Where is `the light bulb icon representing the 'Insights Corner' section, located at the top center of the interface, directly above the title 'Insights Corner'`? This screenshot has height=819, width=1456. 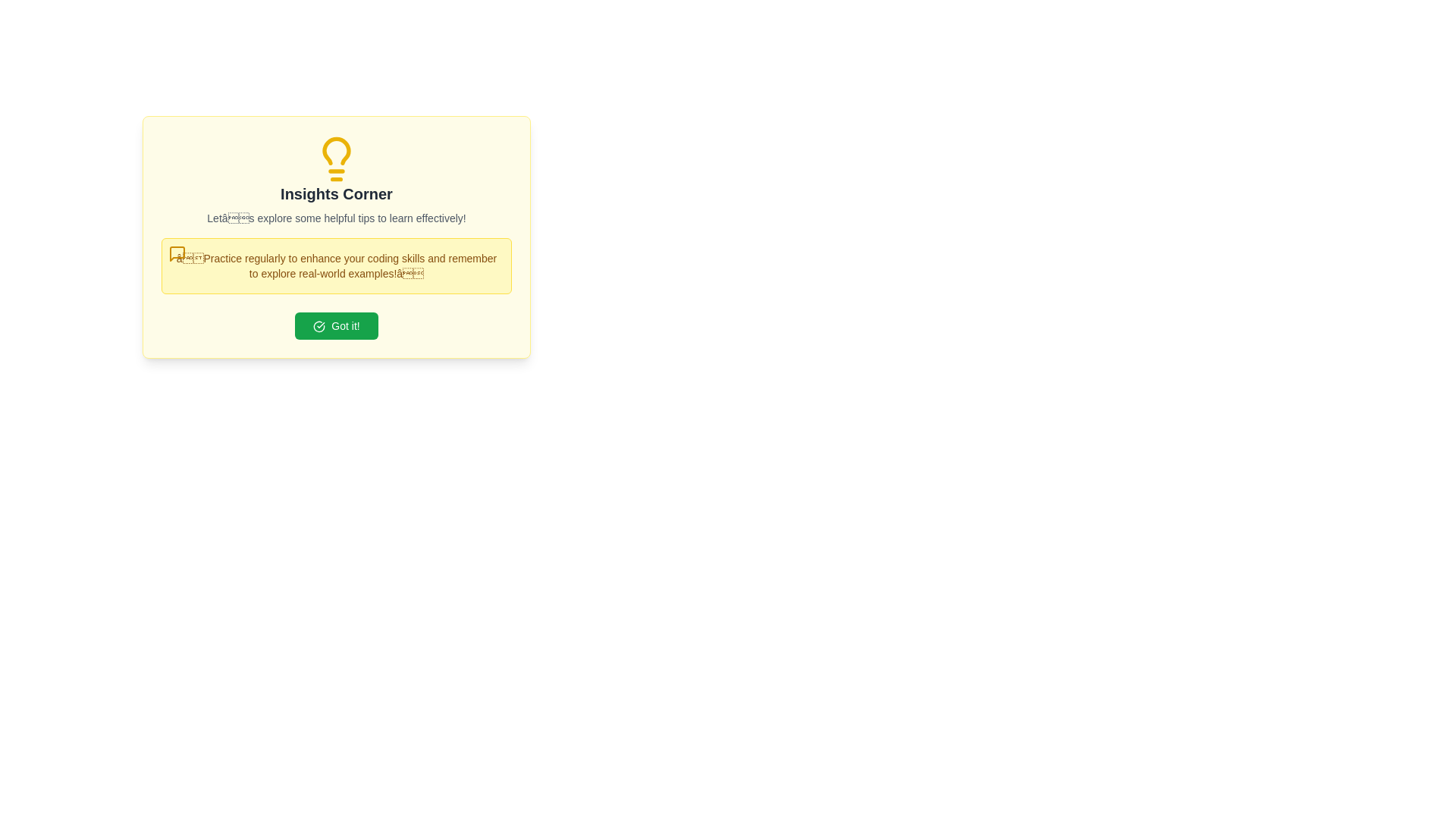 the light bulb icon representing the 'Insights Corner' section, located at the top center of the interface, directly above the title 'Insights Corner' is located at coordinates (336, 158).